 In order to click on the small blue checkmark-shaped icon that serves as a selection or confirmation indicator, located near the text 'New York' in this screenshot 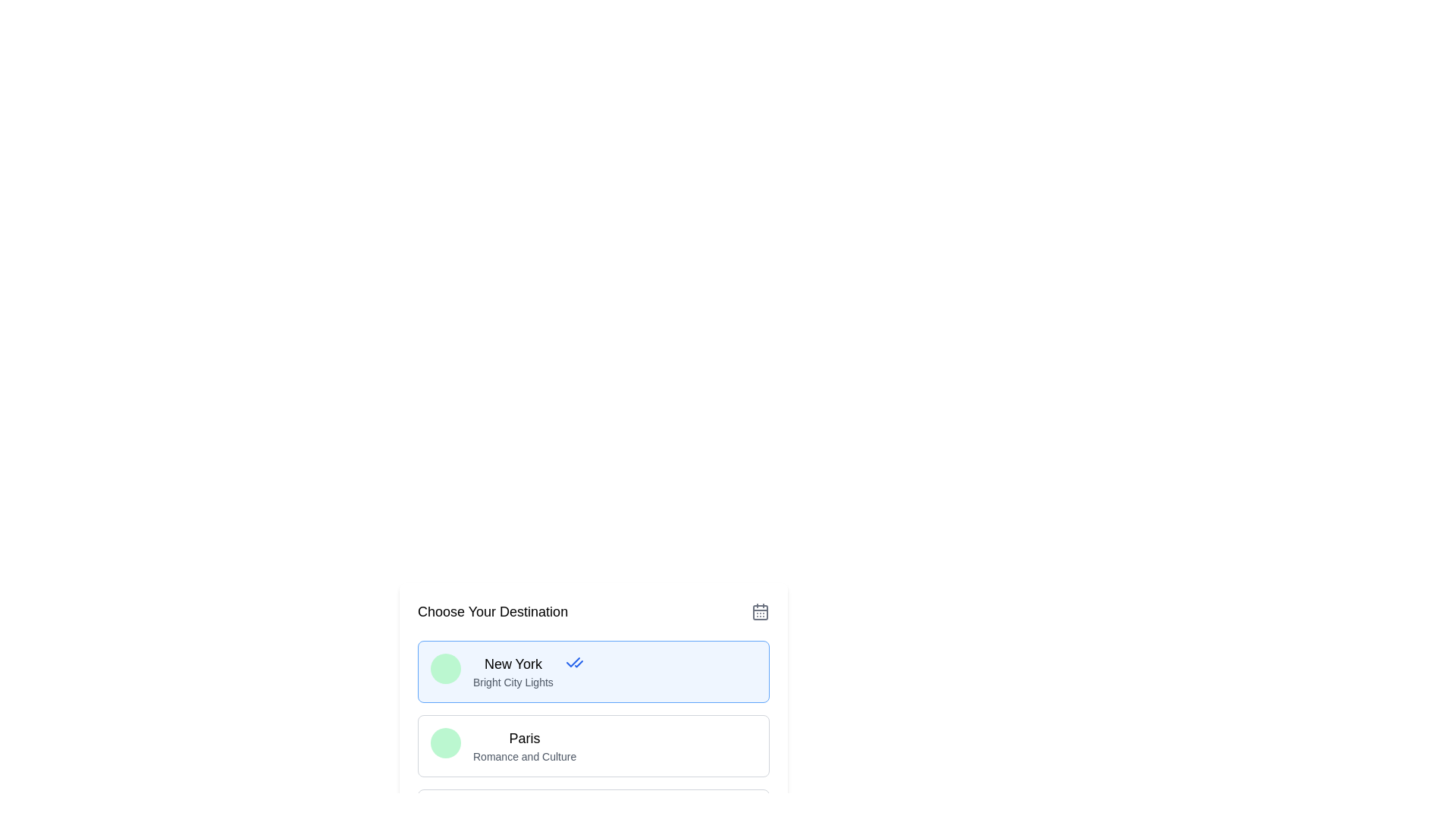, I will do `click(572, 661)`.